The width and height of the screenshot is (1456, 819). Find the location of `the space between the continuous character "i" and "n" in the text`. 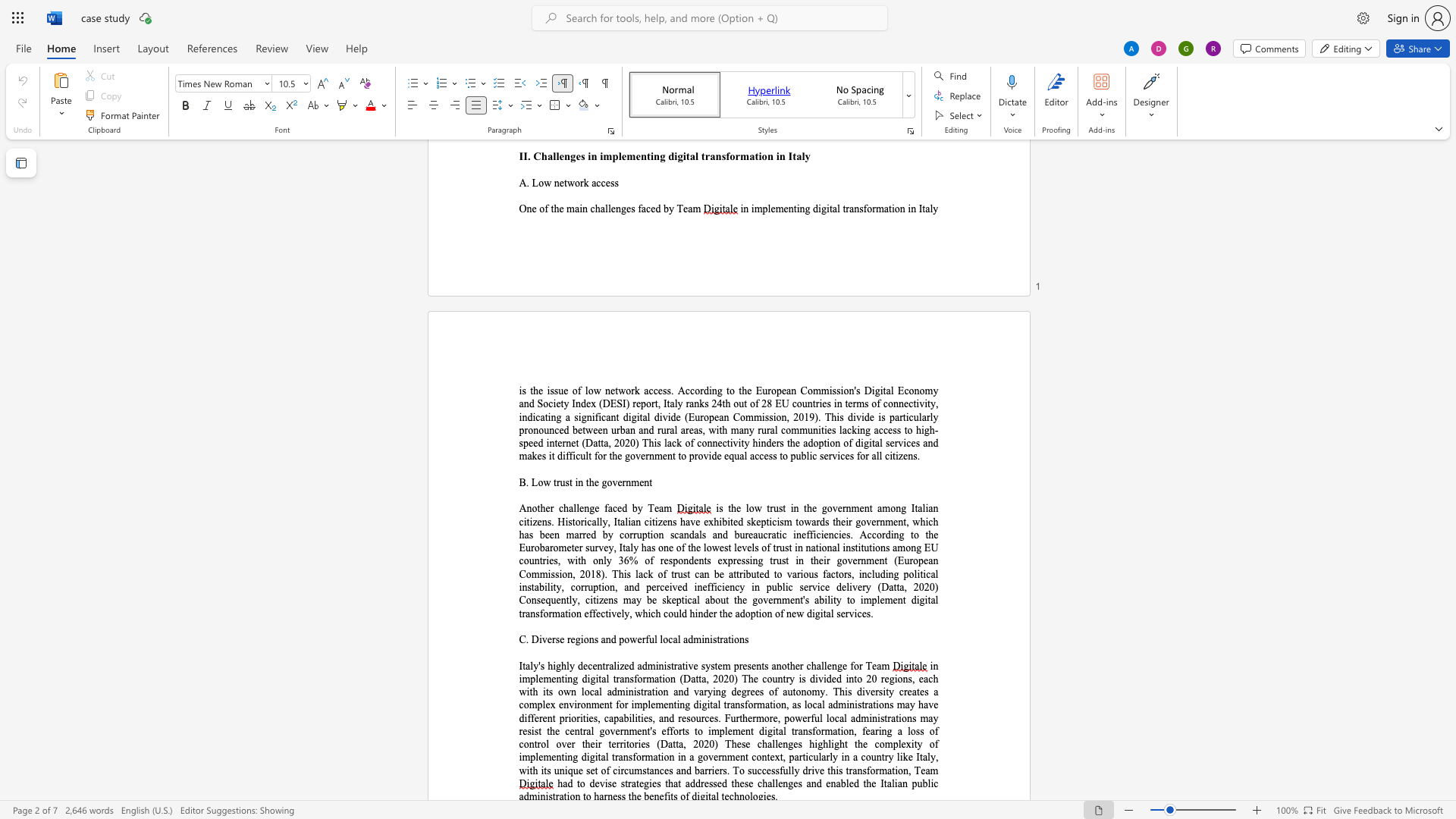

the space between the continuous character "i" and "n" in the text is located at coordinates (578, 482).